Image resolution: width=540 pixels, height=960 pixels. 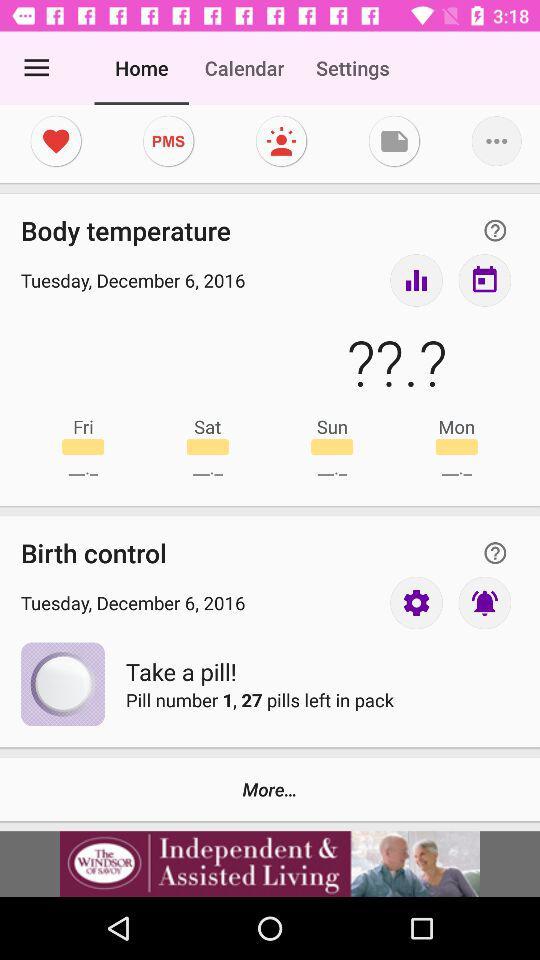 What do you see at coordinates (483, 279) in the screenshot?
I see `inbox button` at bounding box center [483, 279].